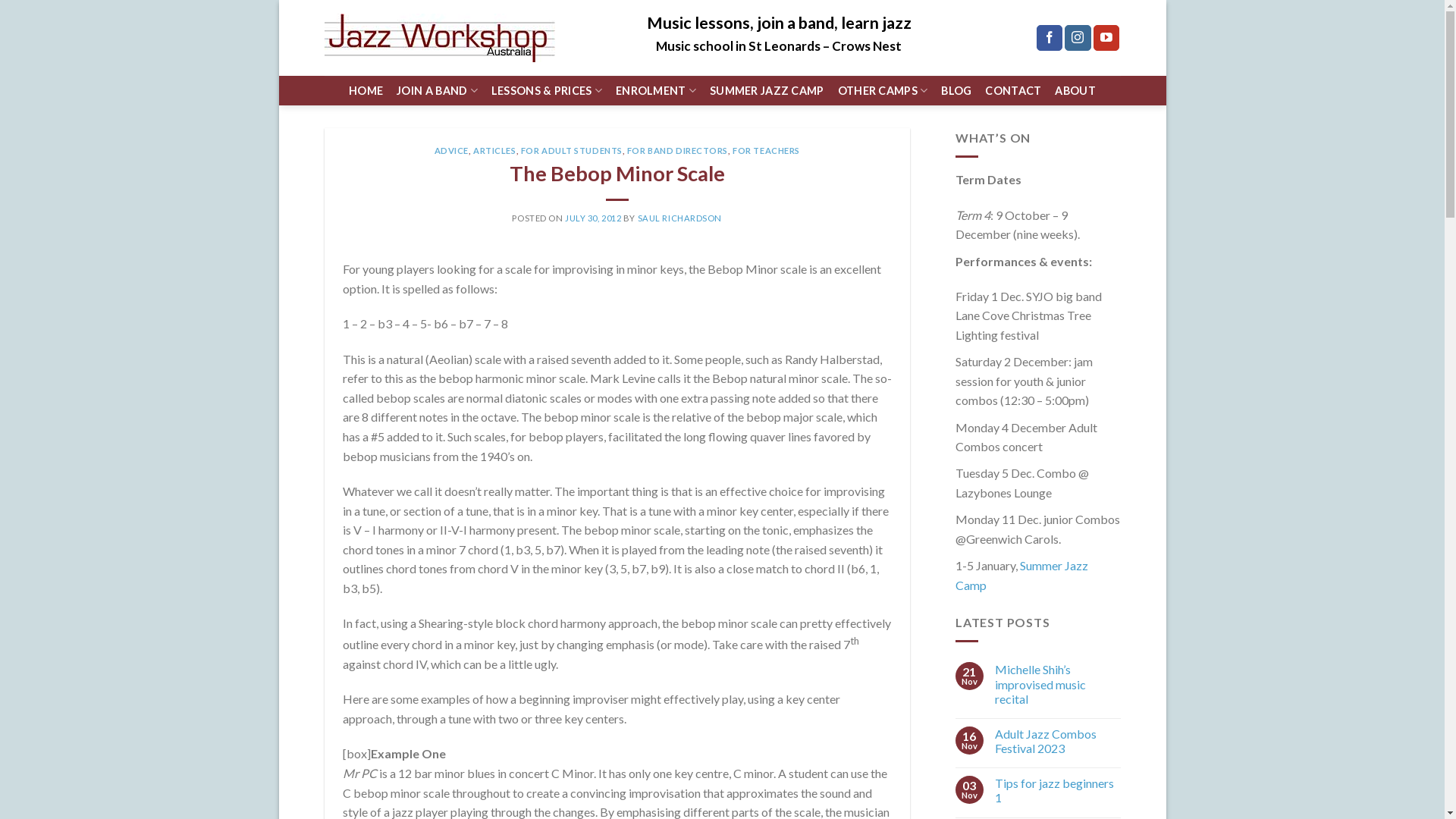 The height and width of the screenshot is (819, 1456). Describe the element at coordinates (1057, 739) in the screenshot. I see `'Adult Jazz Combos Festival 2023'` at that location.